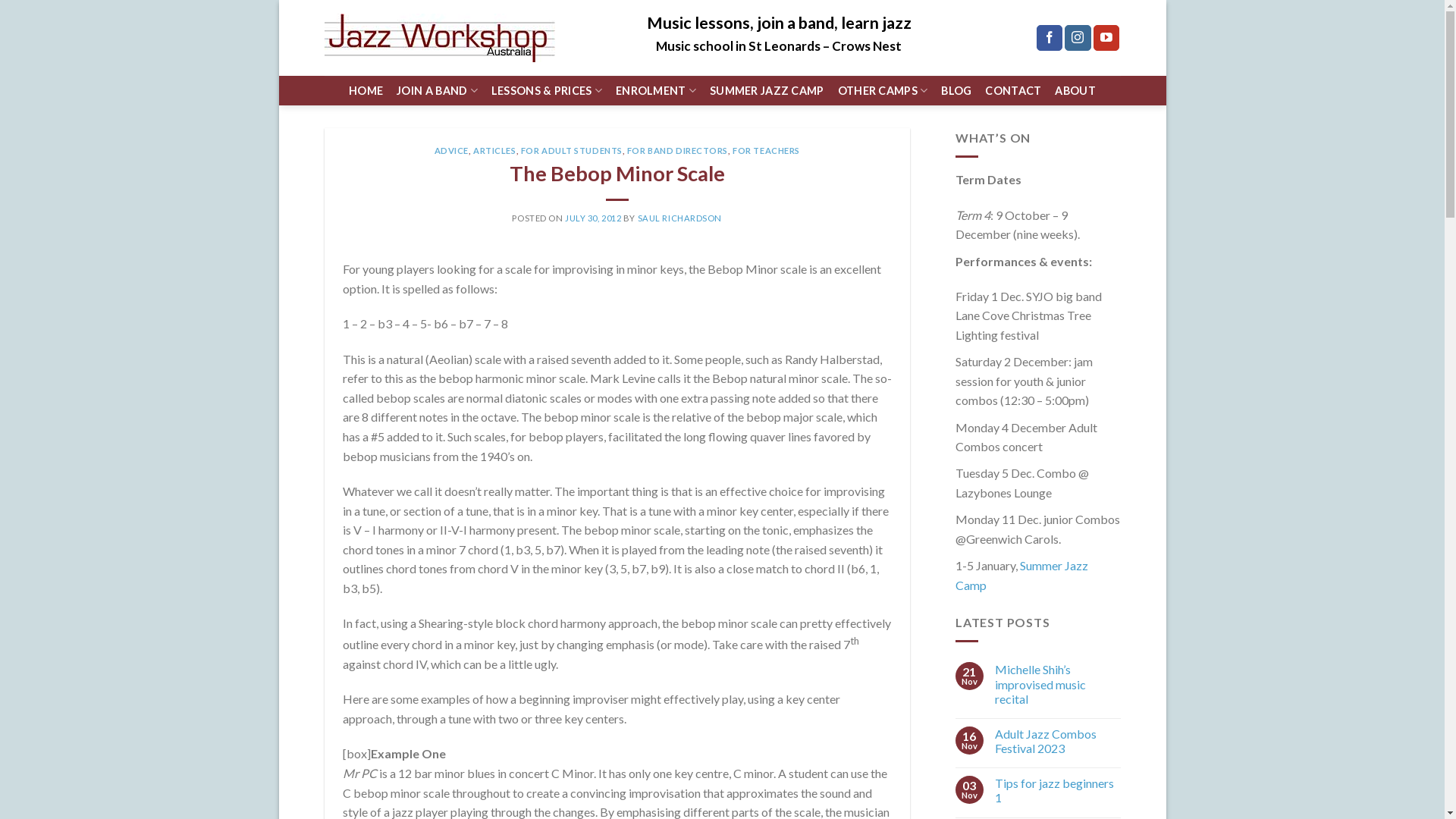 The height and width of the screenshot is (819, 1456). Describe the element at coordinates (1057, 739) in the screenshot. I see `'Adult Jazz Combos Festival 2023'` at that location.